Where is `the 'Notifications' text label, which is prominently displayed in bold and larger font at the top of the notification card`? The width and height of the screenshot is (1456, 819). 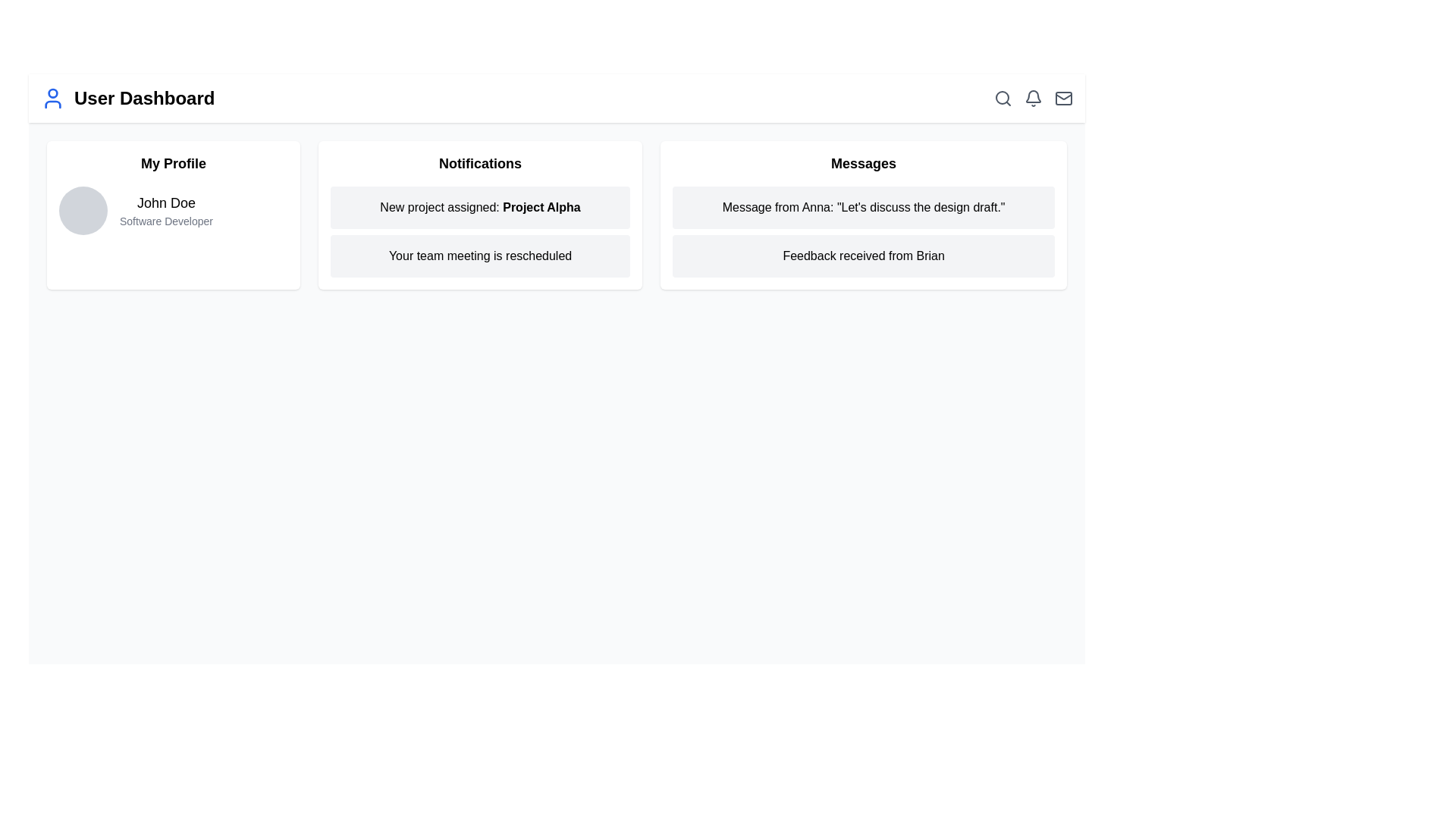
the 'Notifications' text label, which is prominently displayed in bold and larger font at the top of the notification card is located at coordinates (479, 164).